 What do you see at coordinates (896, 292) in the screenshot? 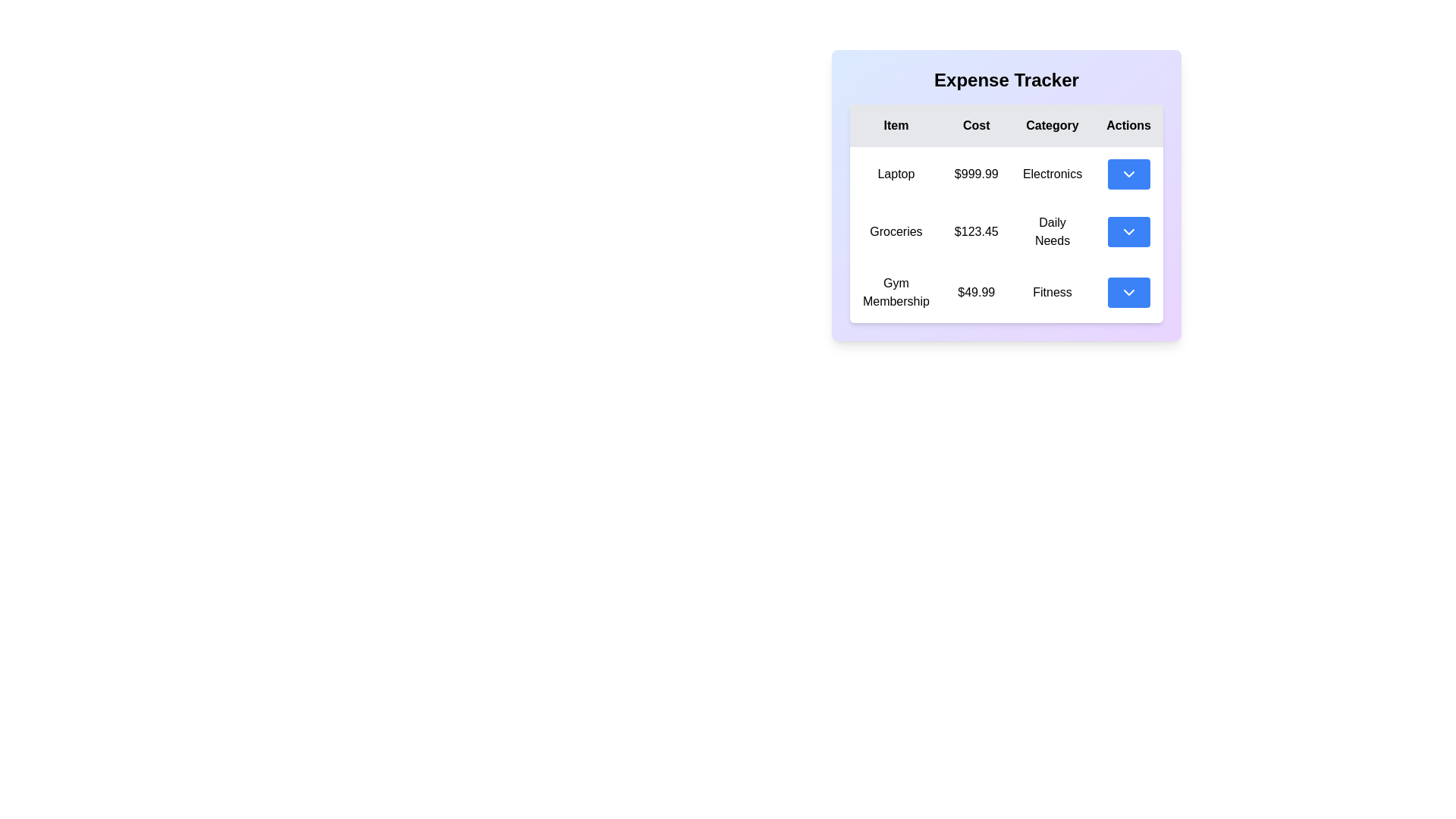
I see `the 'Gym Membership' label in the third row of the table, which is the first text component under the 'Item' column` at bounding box center [896, 292].